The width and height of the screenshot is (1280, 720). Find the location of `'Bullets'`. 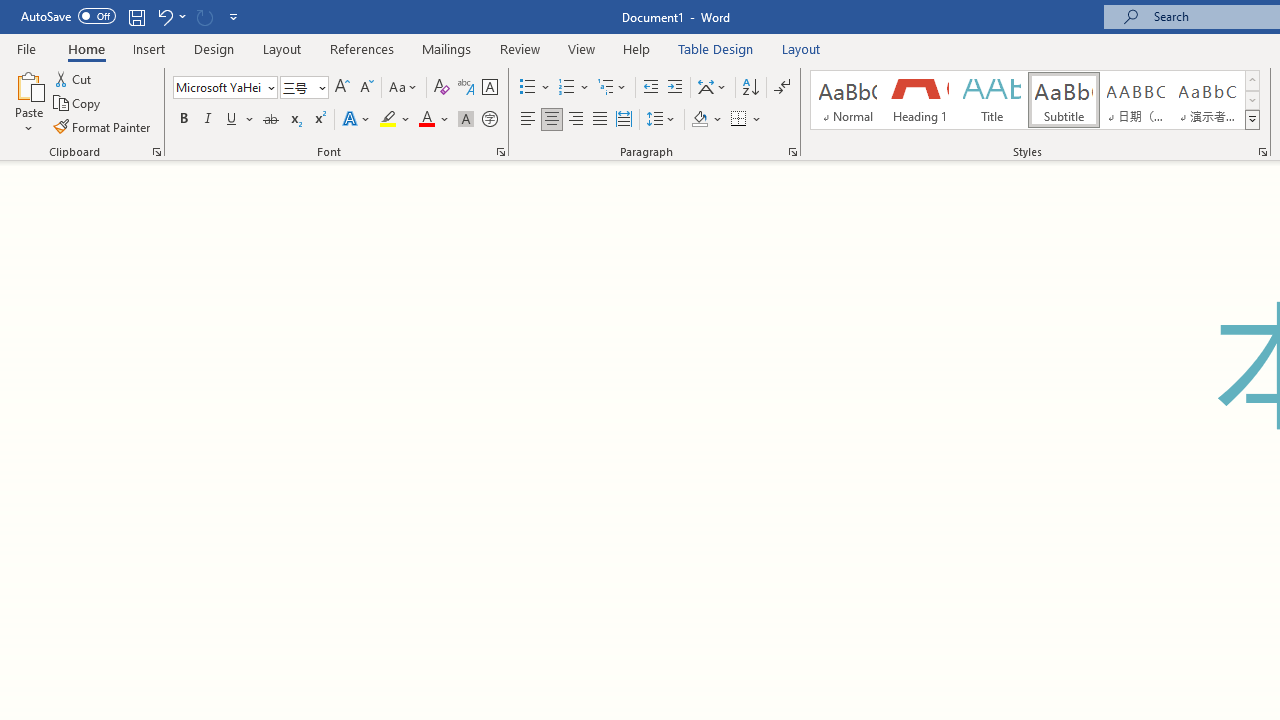

'Bullets' is located at coordinates (535, 86).